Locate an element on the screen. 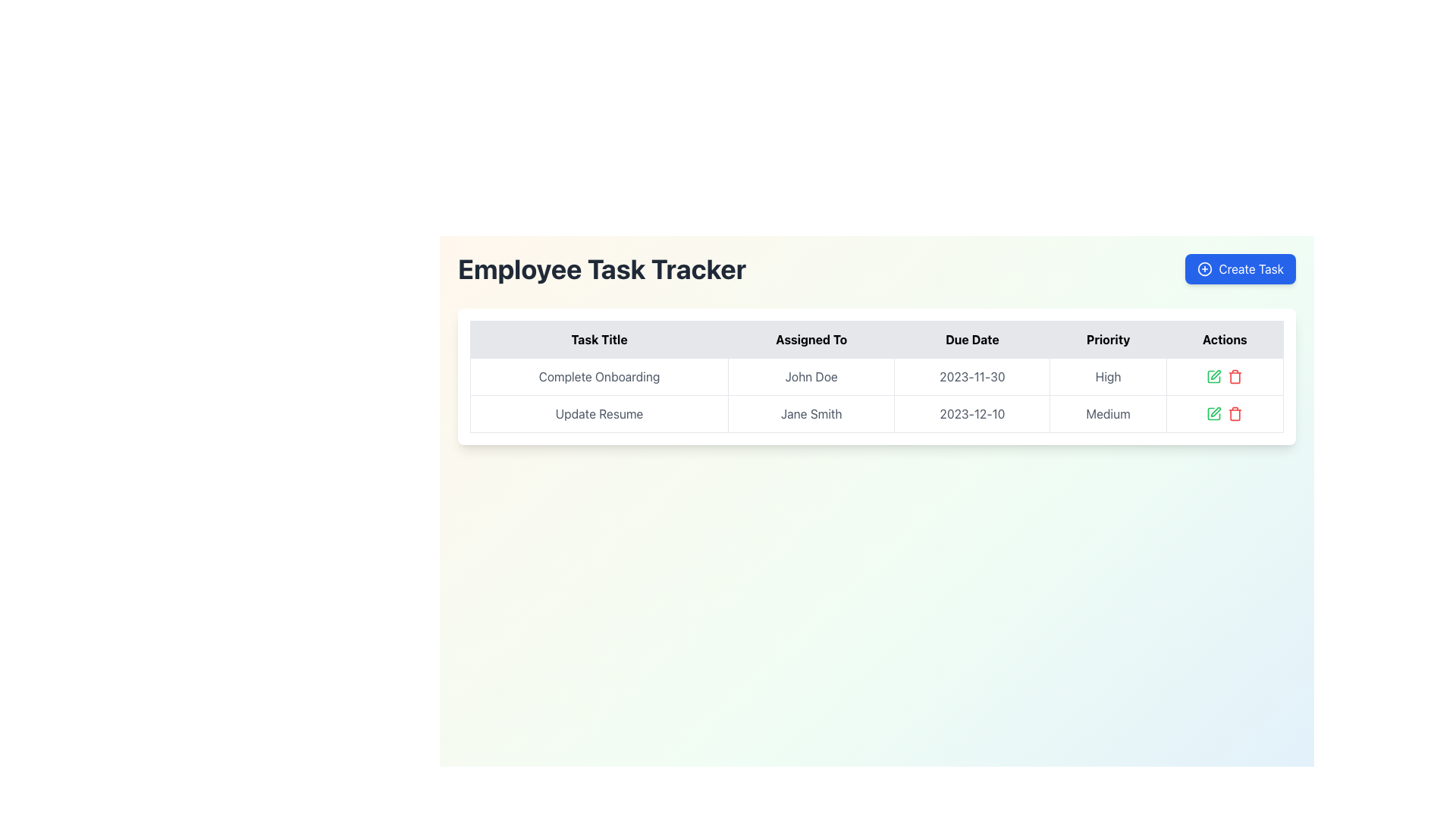  the 'High' text label in the 'Priority' column of the 'Complete Onboarding' task row is located at coordinates (1108, 376).